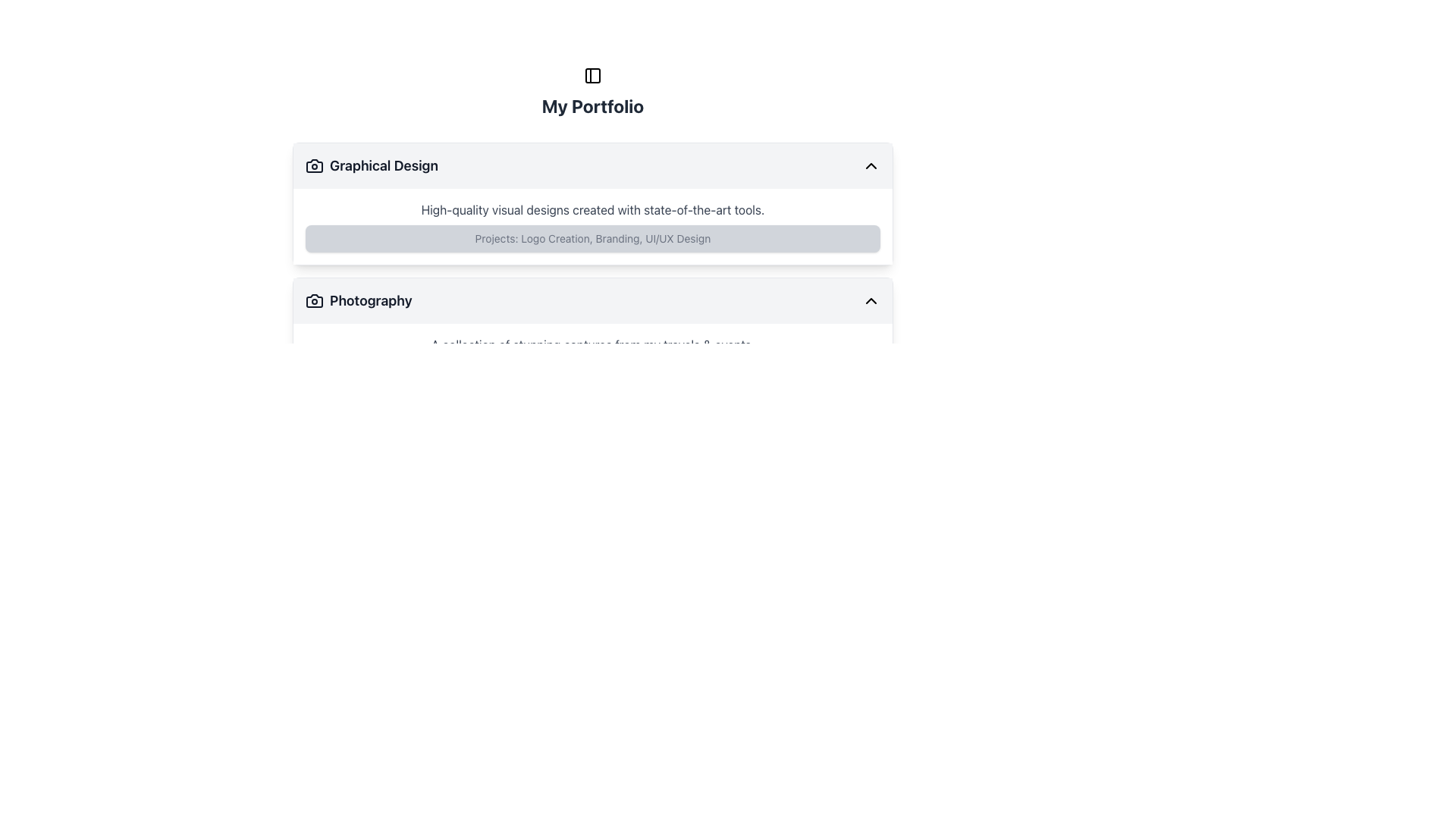 The width and height of the screenshot is (1456, 819). I want to click on initial descriptive text in the 'Photography' section that states 'A collection of stunning captures from my travels & events.', so click(592, 345).